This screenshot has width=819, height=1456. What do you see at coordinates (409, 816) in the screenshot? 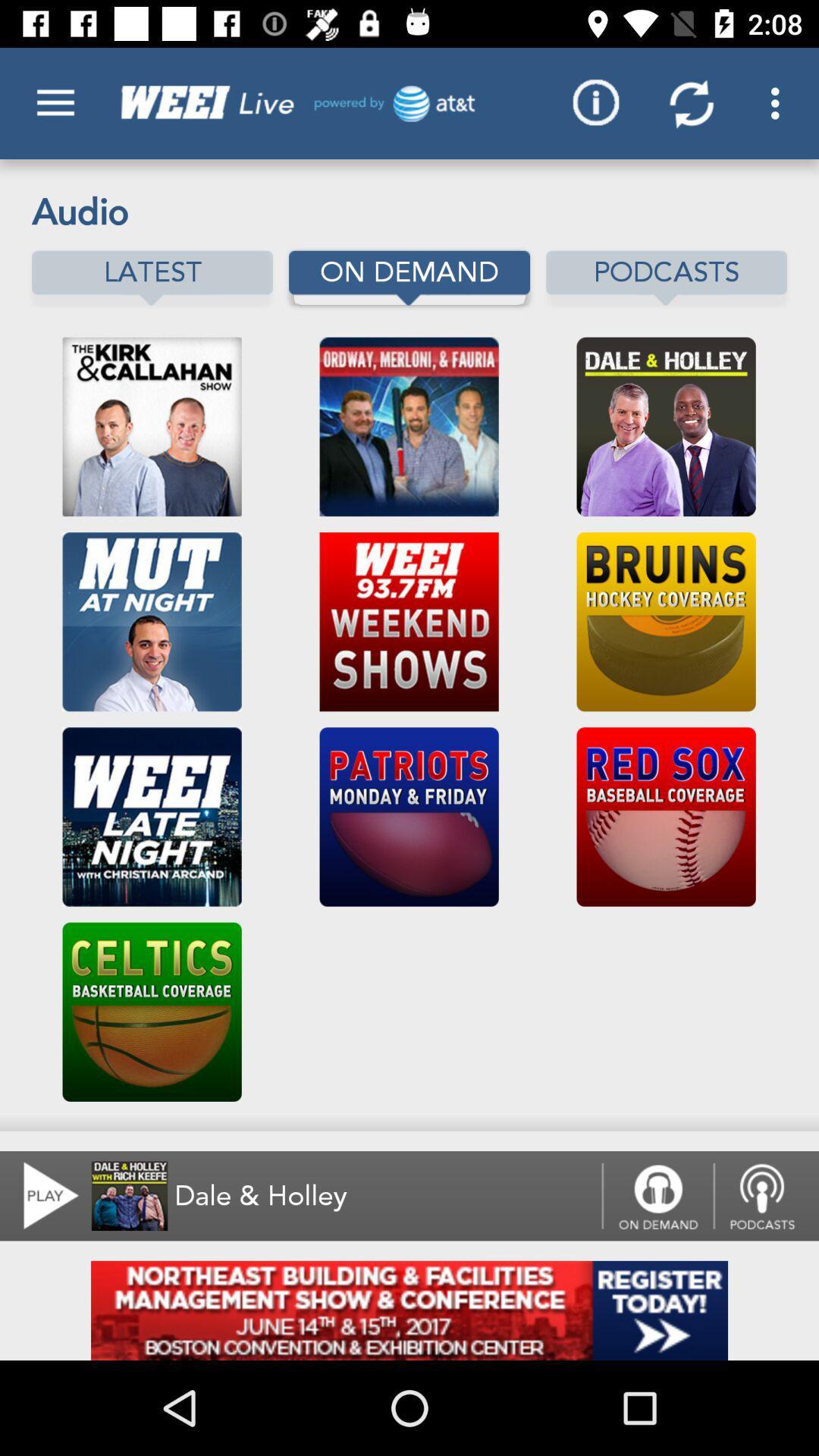
I see `the second image from the bottom second row` at bounding box center [409, 816].